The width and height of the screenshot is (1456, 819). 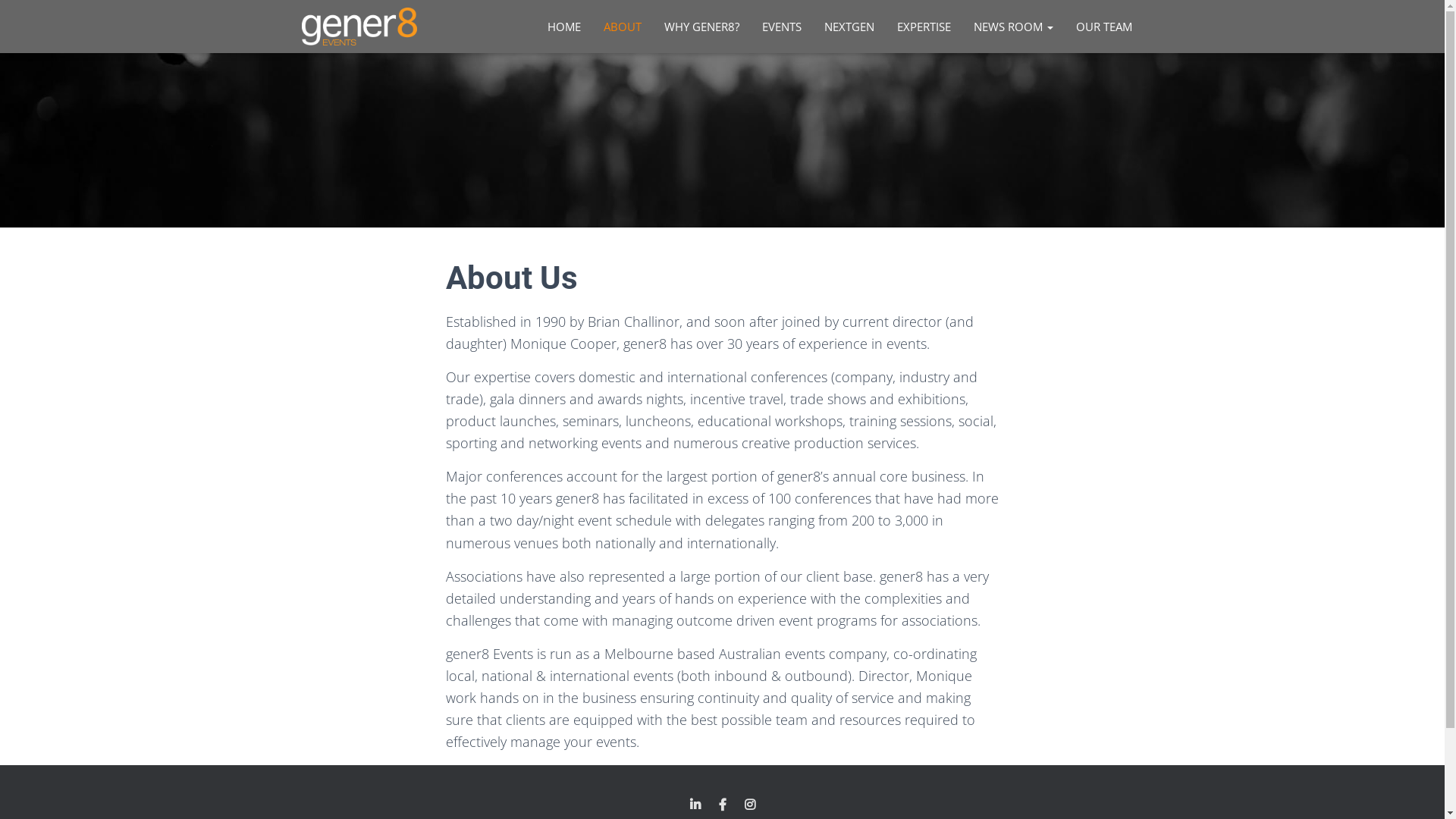 I want to click on 'HOME', so click(x=563, y=26).